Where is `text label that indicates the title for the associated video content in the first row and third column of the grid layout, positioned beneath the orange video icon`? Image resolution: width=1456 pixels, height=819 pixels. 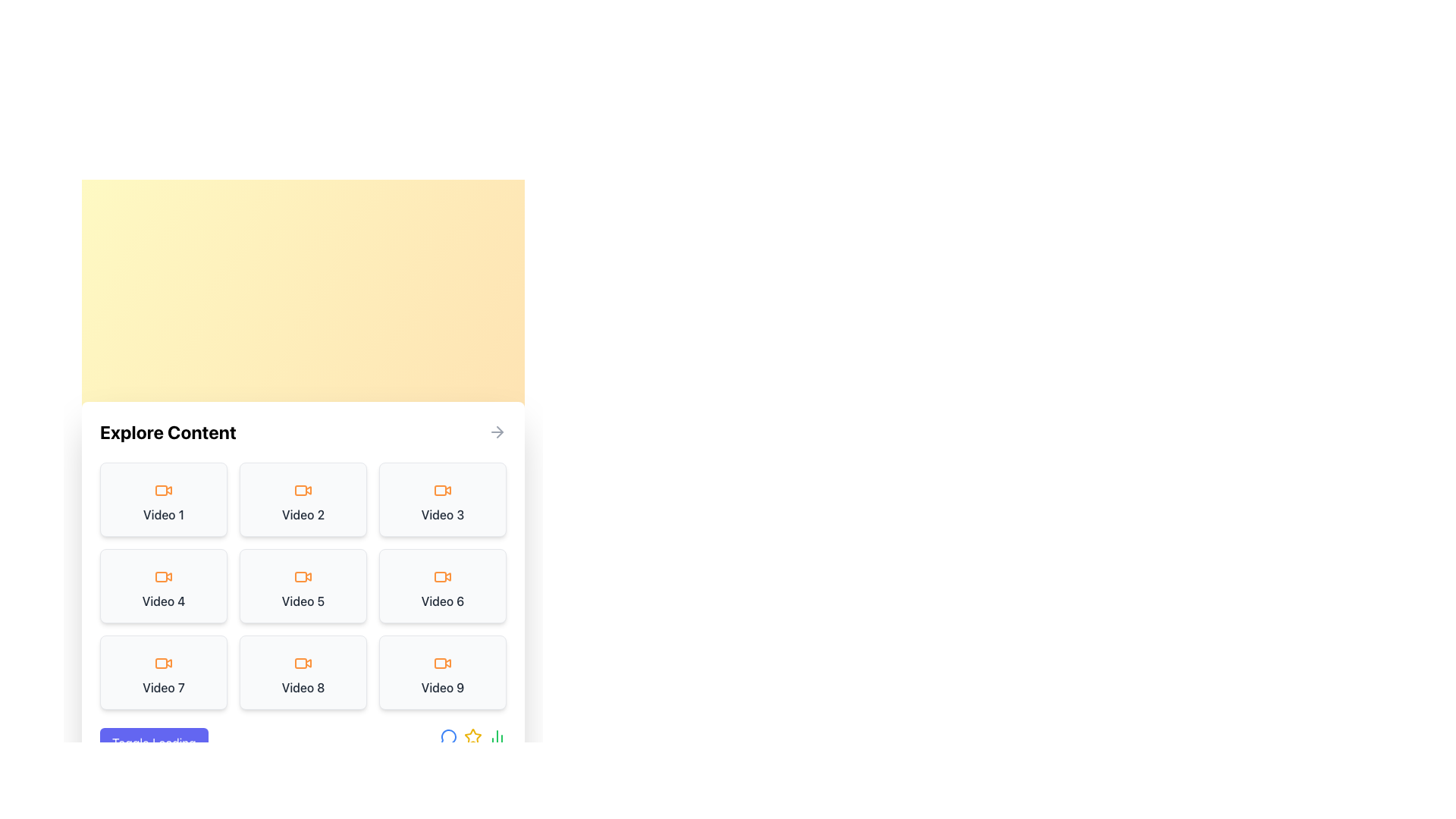 text label that indicates the title for the associated video content in the first row and third column of the grid layout, positioned beneath the orange video icon is located at coordinates (442, 513).